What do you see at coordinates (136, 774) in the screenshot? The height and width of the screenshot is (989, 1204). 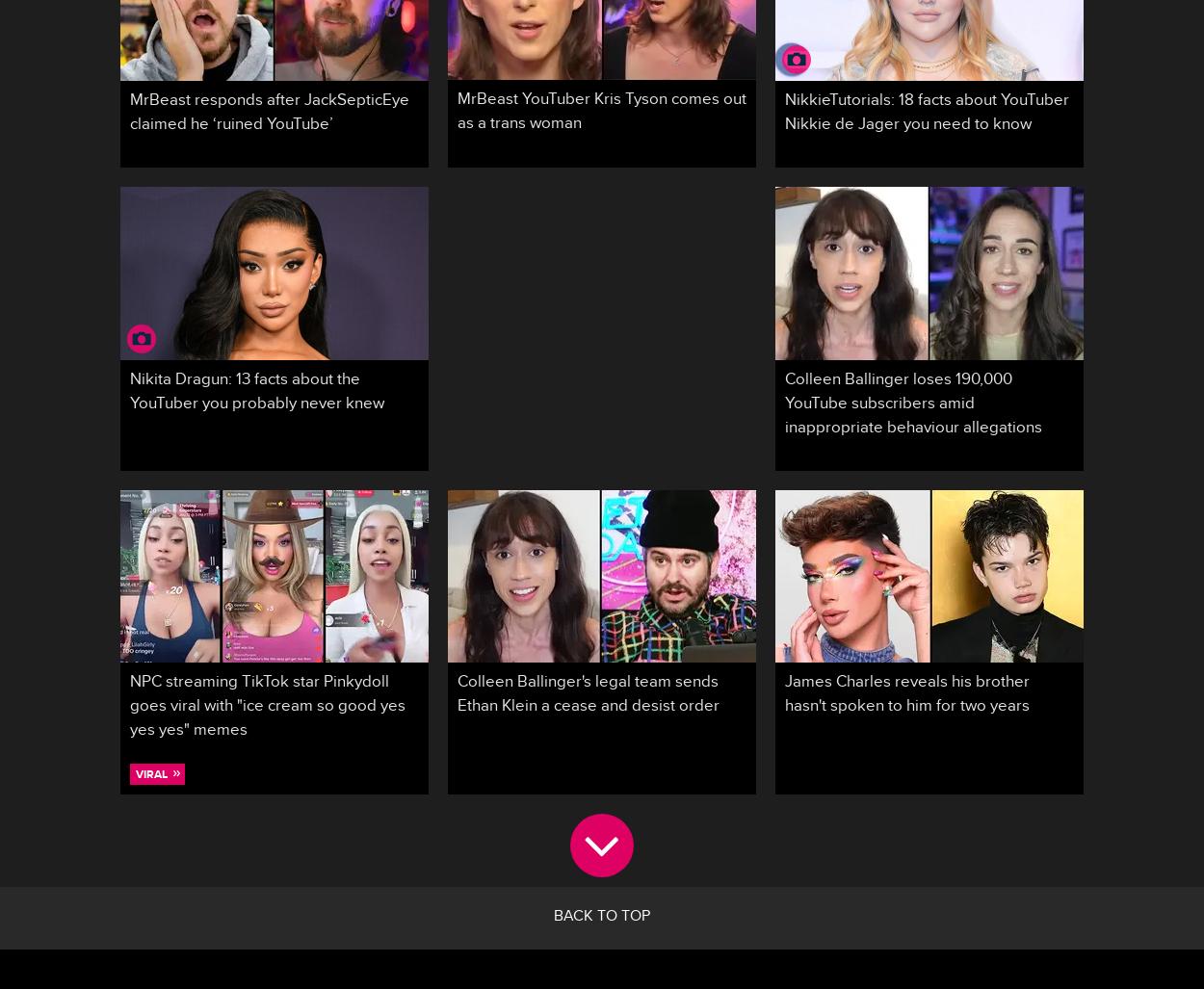 I see `'Viral'` at bounding box center [136, 774].